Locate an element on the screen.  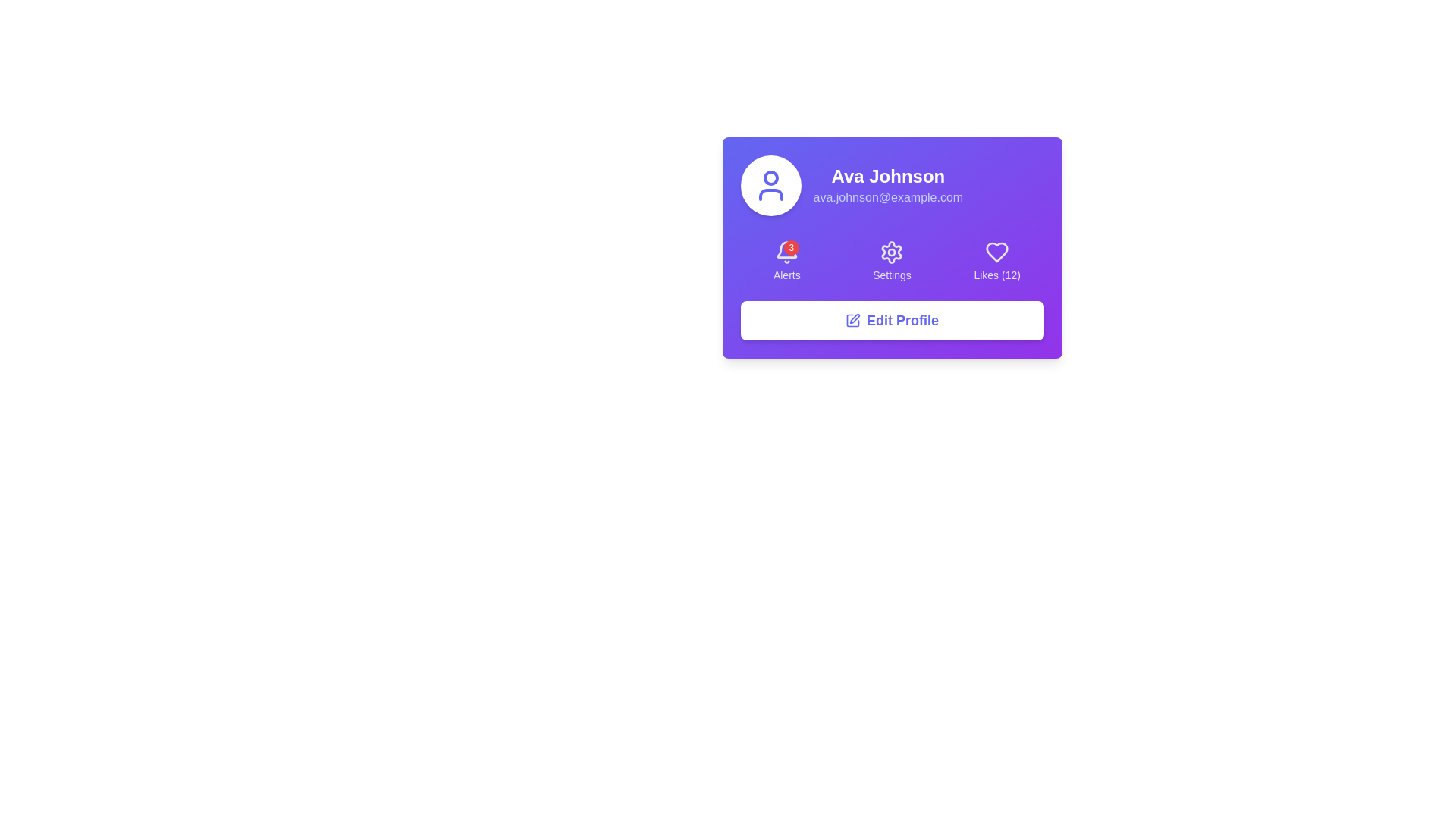
the heart-shaped icon filled with a purple shade located at the top right of the card design to interact with it, likely incrementing the like count or displaying related information is located at coordinates (997, 251).